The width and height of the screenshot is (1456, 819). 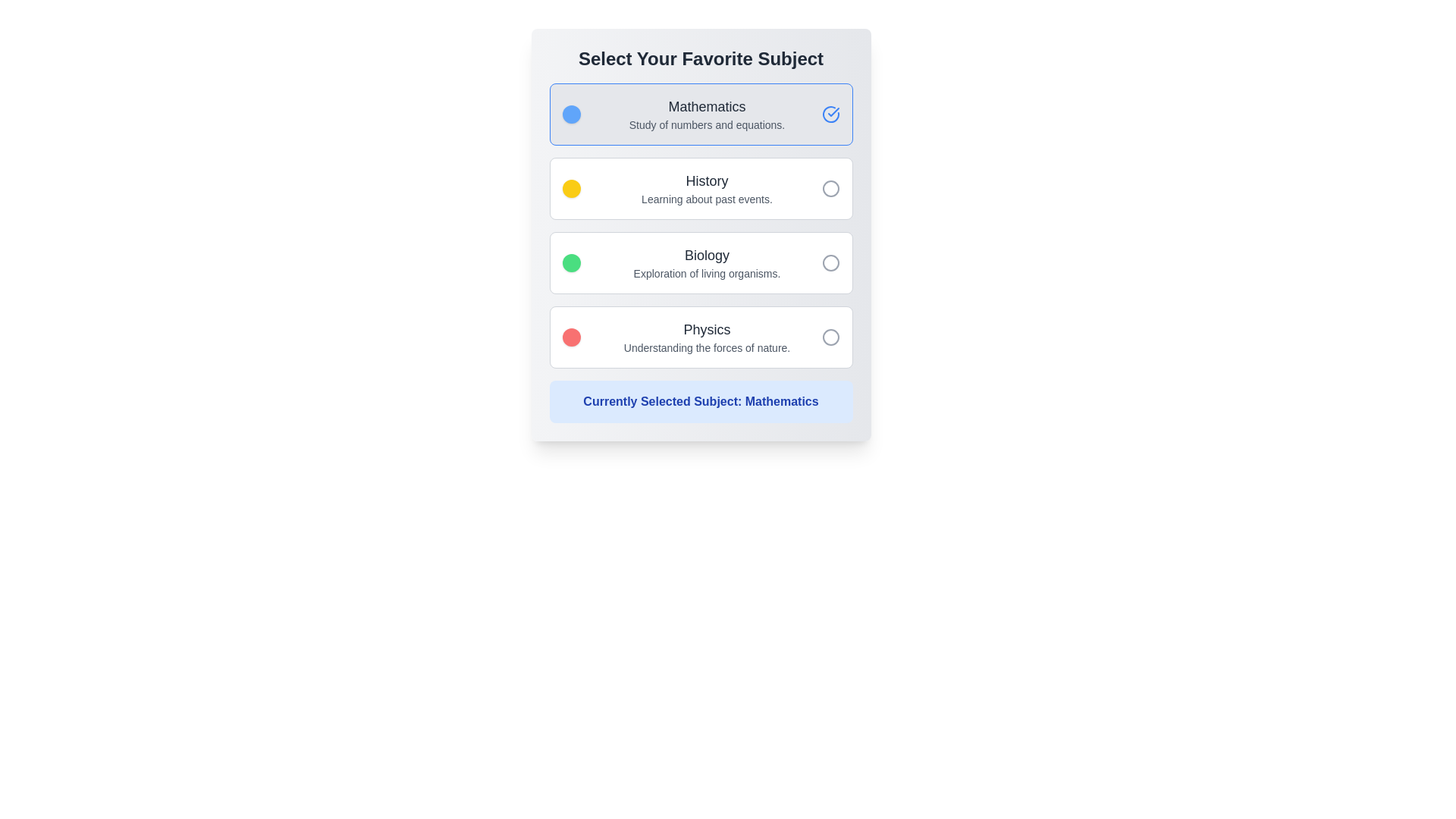 What do you see at coordinates (706, 113) in the screenshot?
I see `the Text block containing the title 'Mathematics' and the subtitle 'Study of numbers and equations', which is located within the first card of the vertically-stacked list` at bounding box center [706, 113].